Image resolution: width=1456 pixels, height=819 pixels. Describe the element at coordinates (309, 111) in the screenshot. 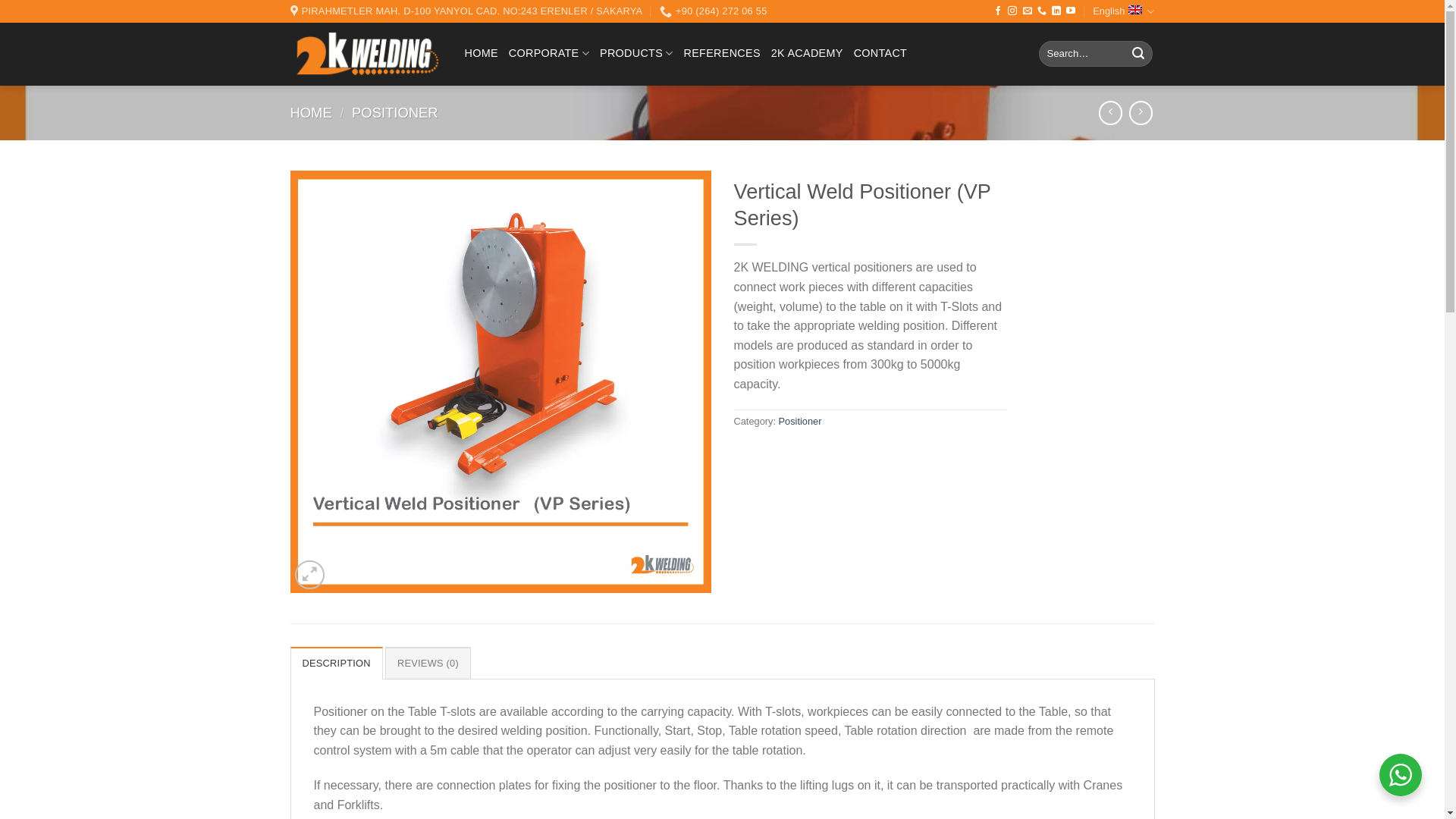

I see `'HOME'` at that location.